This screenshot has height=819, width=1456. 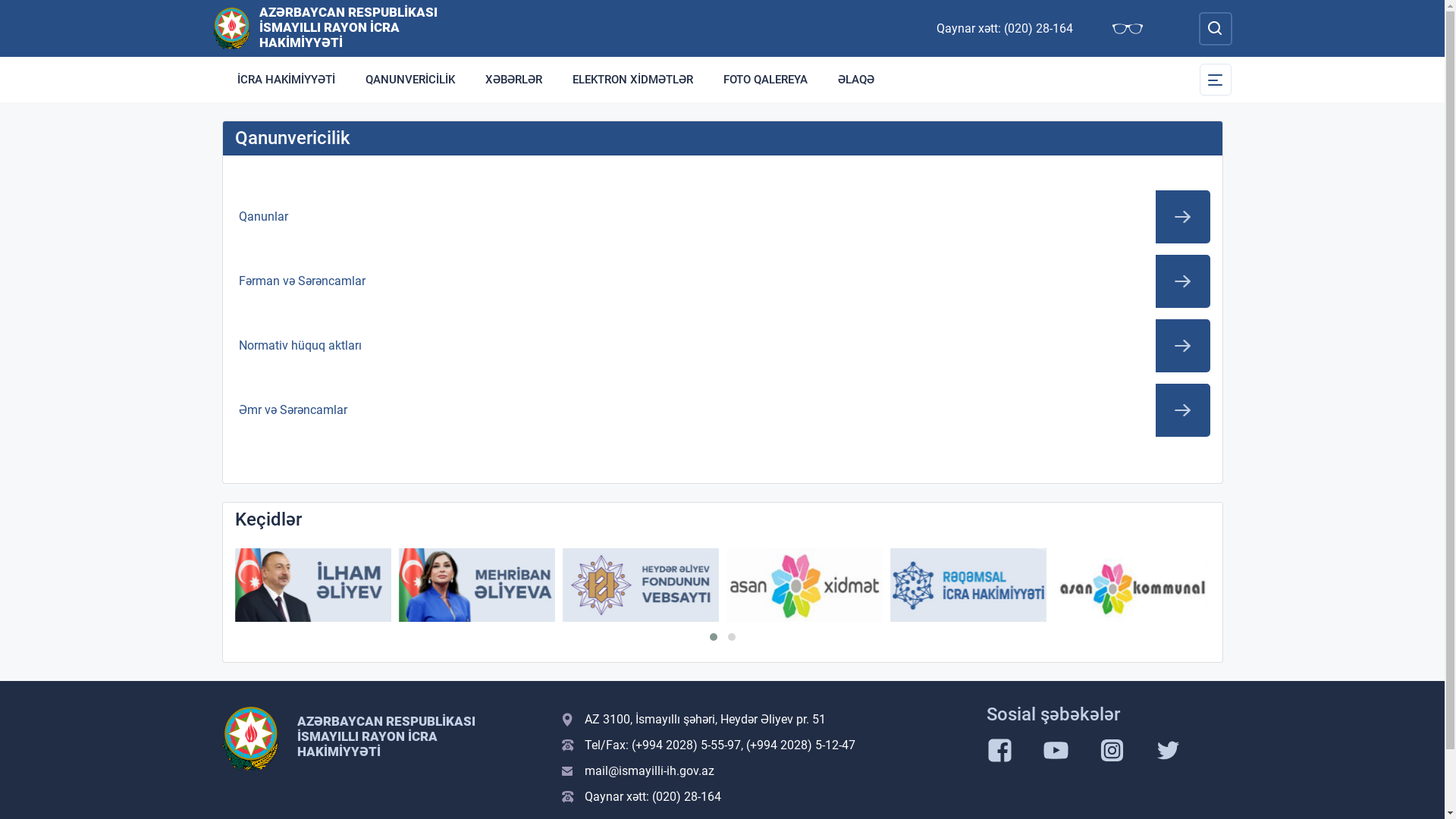 I want to click on 'FOTO QALEREYA', so click(x=708, y=79).